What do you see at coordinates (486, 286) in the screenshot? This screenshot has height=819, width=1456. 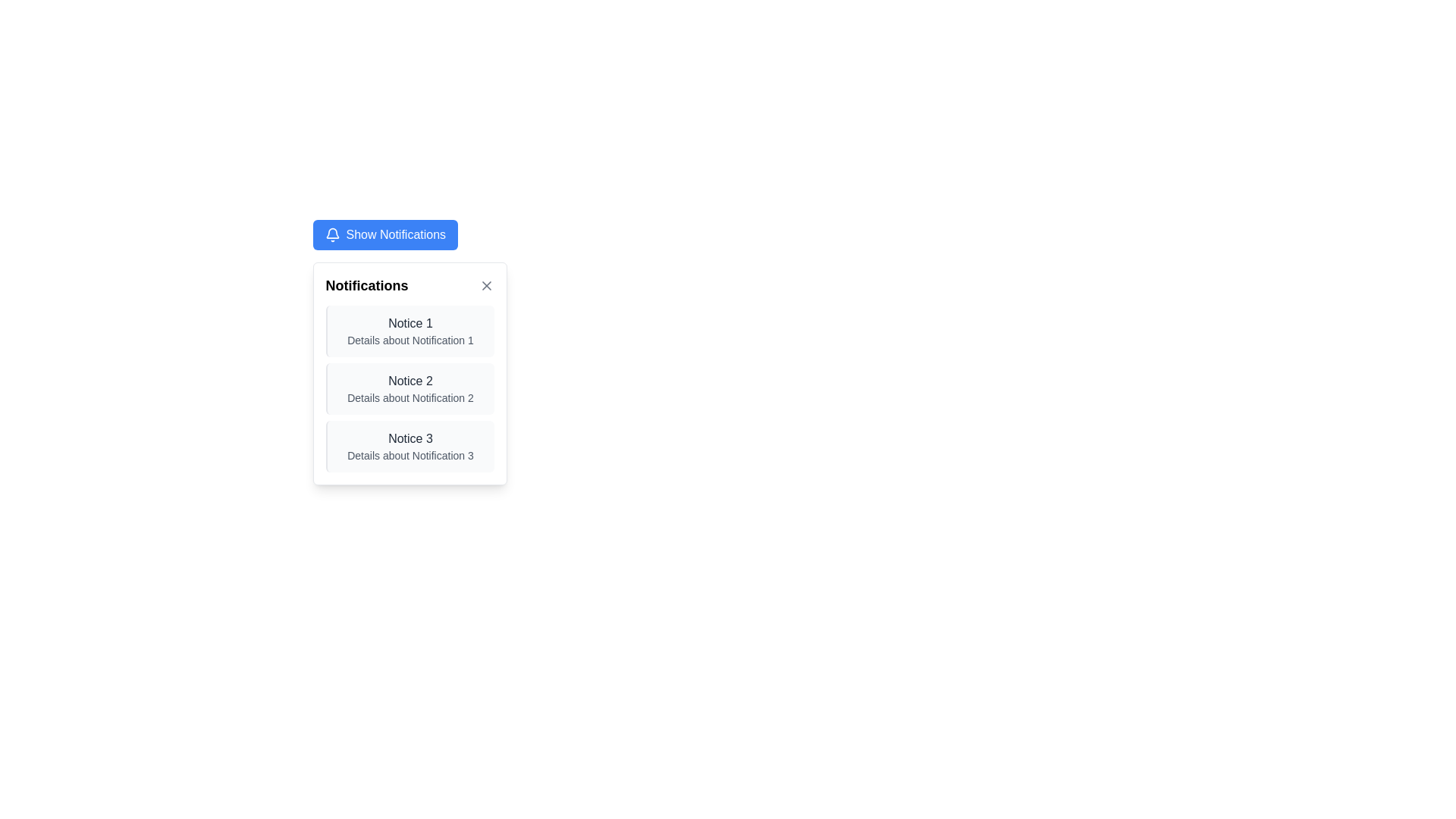 I see `the close button located in the top-right corner of the 'Notifications' panel` at bounding box center [486, 286].